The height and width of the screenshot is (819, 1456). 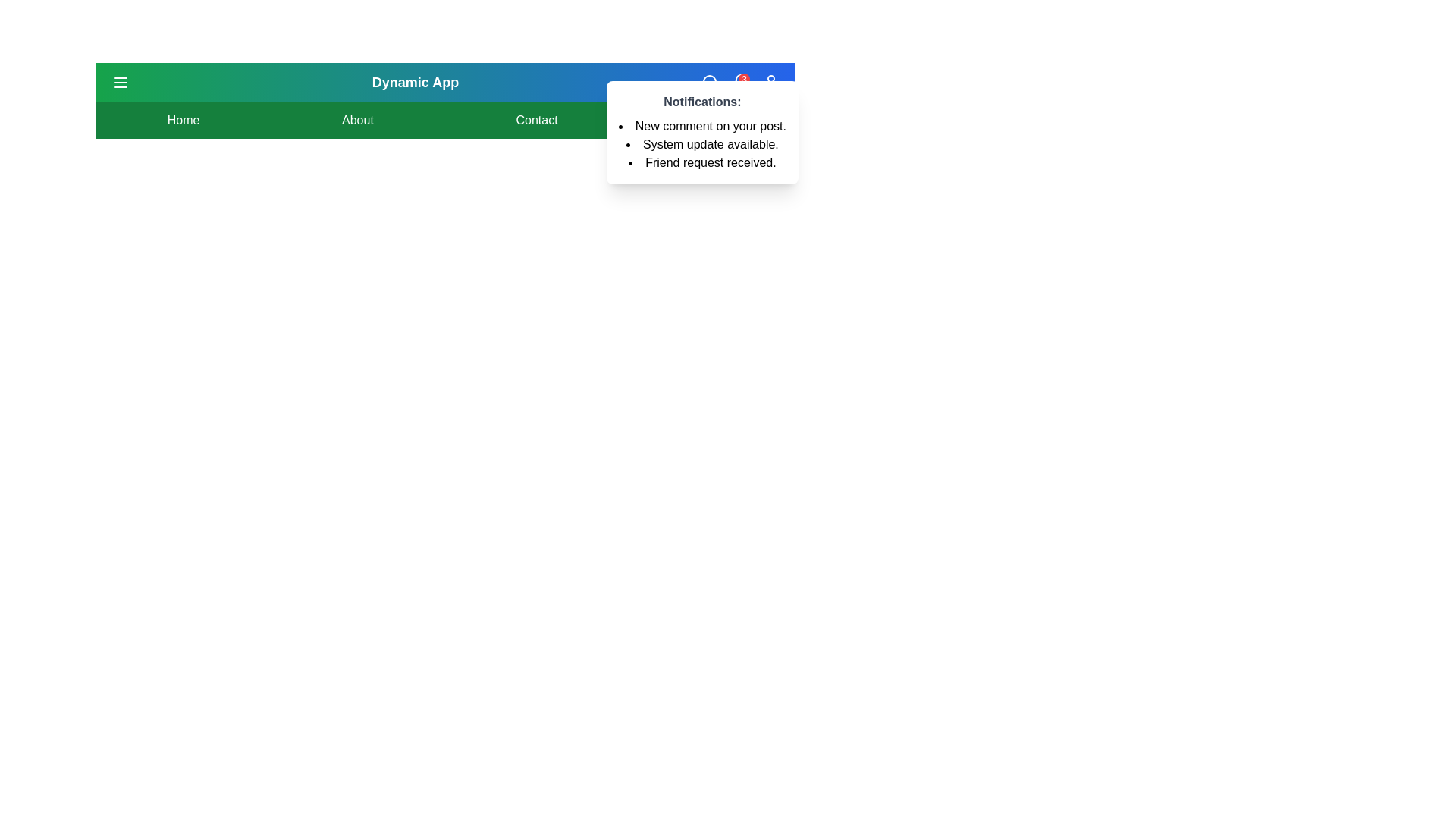 I want to click on the menu button to toggle the visibility of the navigation menu, so click(x=119, y=82).